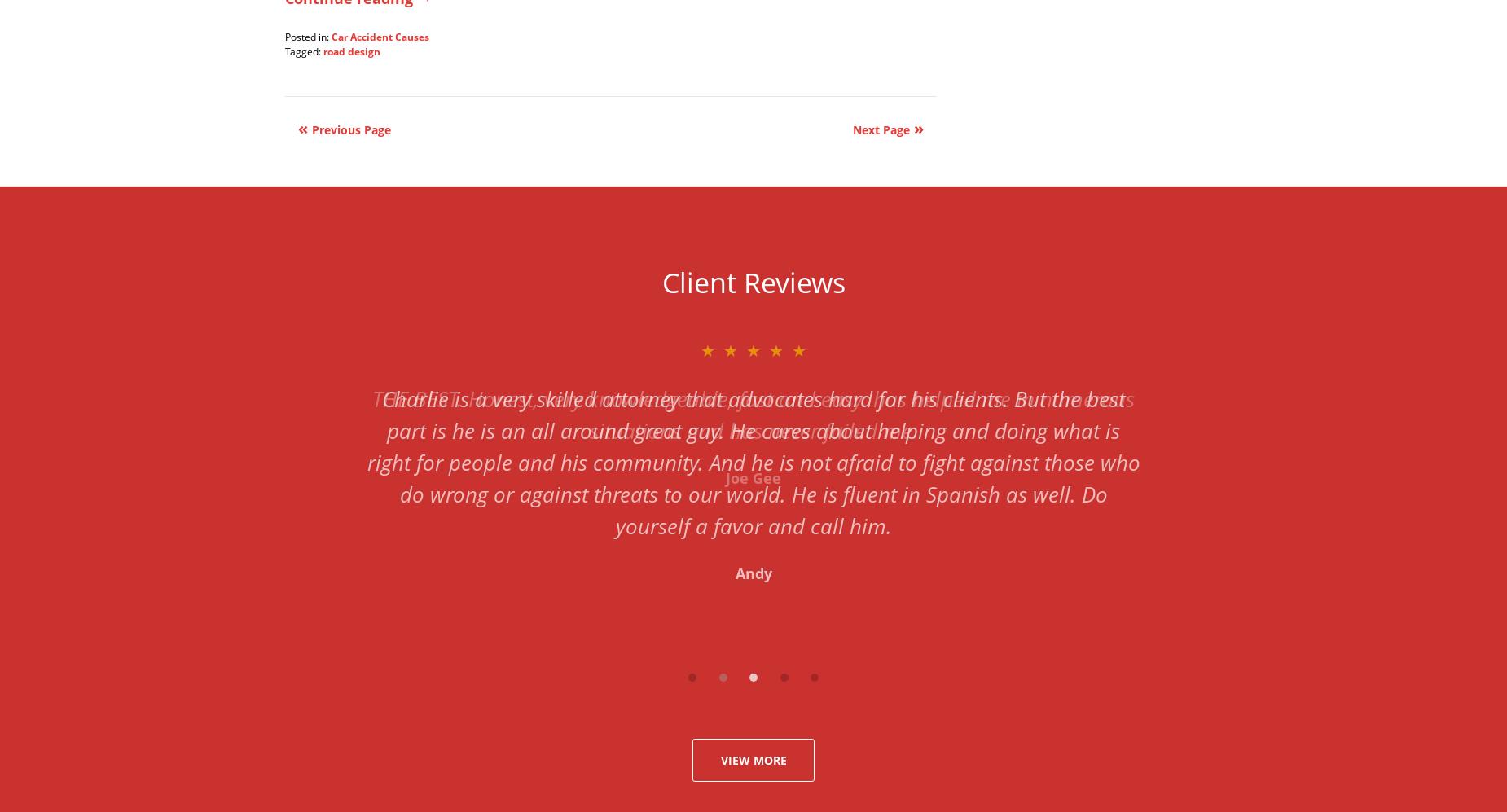  I want to click on 'Client Reviews', so click(753, 280).